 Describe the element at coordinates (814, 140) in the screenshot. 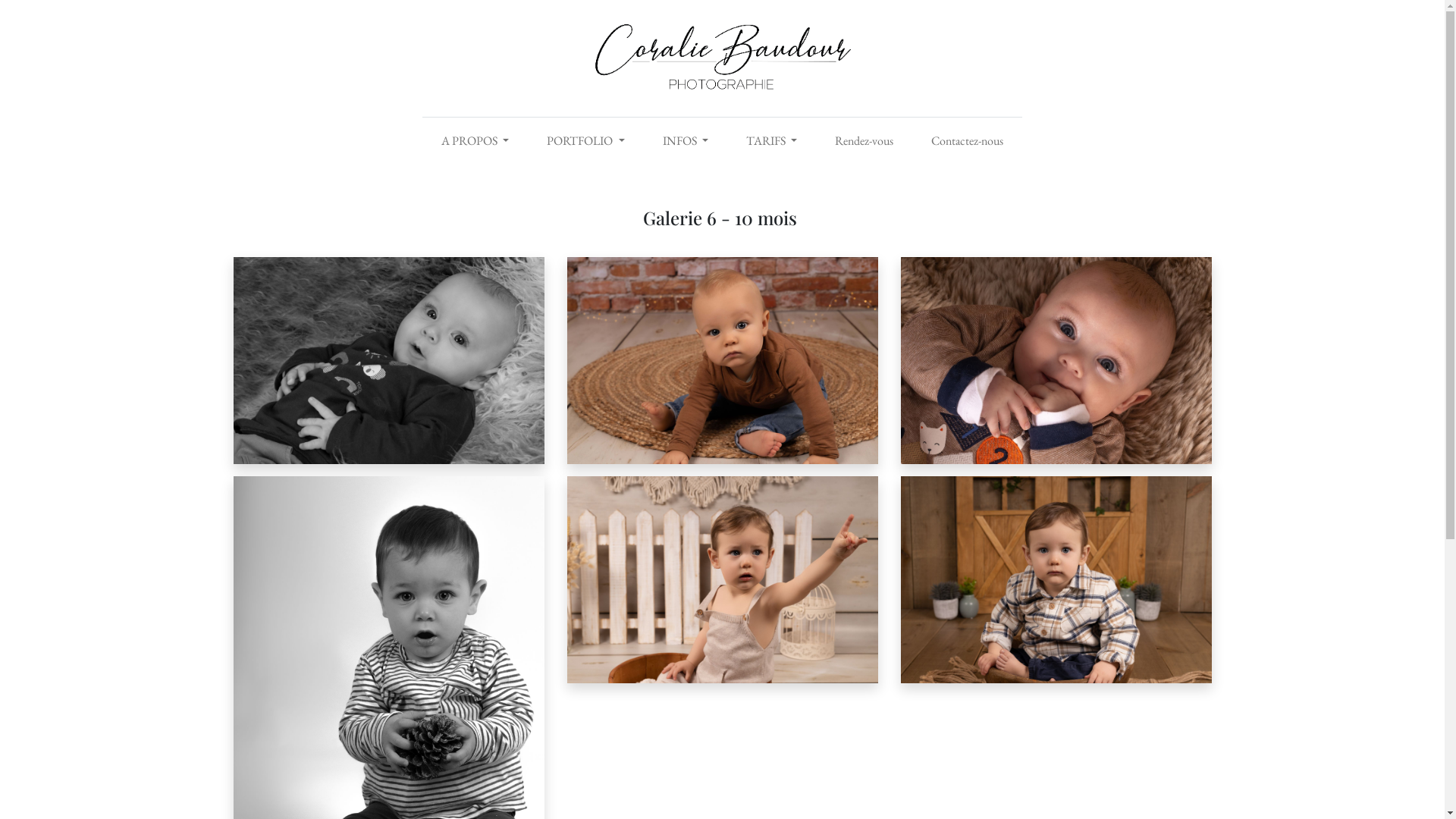

I see `'Rendez-vous'` at that location.